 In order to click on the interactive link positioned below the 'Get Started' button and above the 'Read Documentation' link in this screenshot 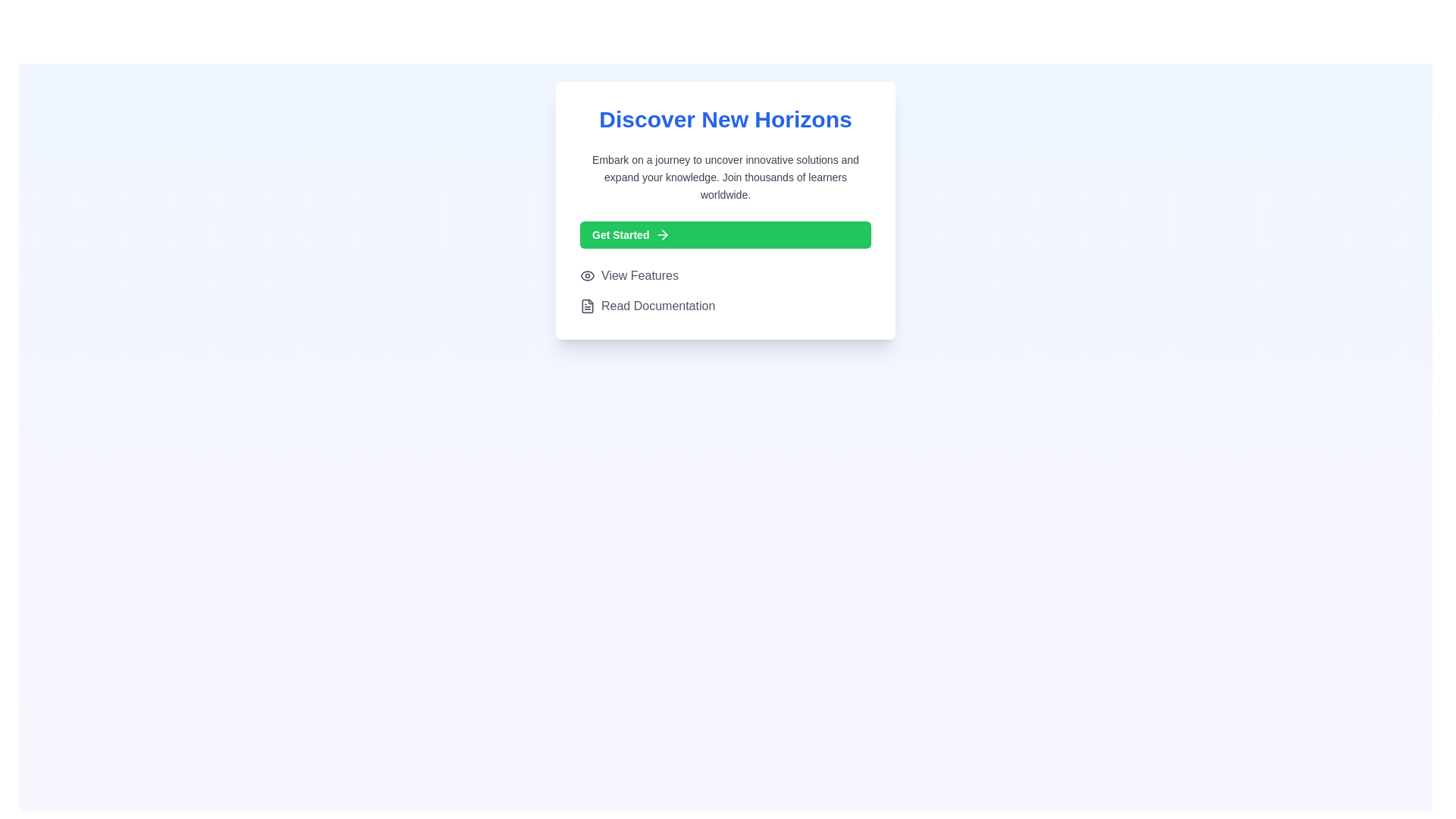, I will do `click(629, 276)`.